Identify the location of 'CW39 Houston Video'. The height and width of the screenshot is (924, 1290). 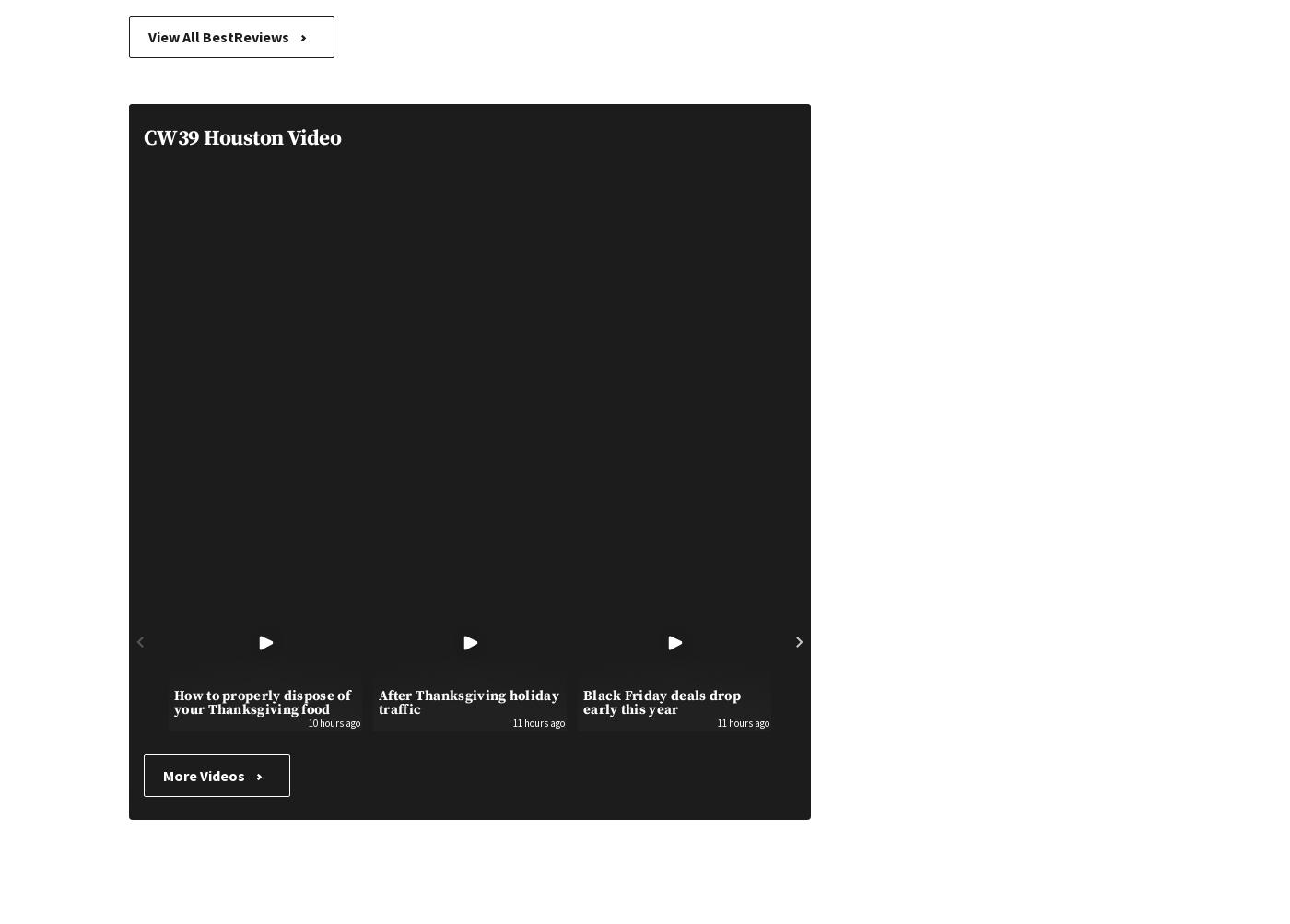
(242, 137).